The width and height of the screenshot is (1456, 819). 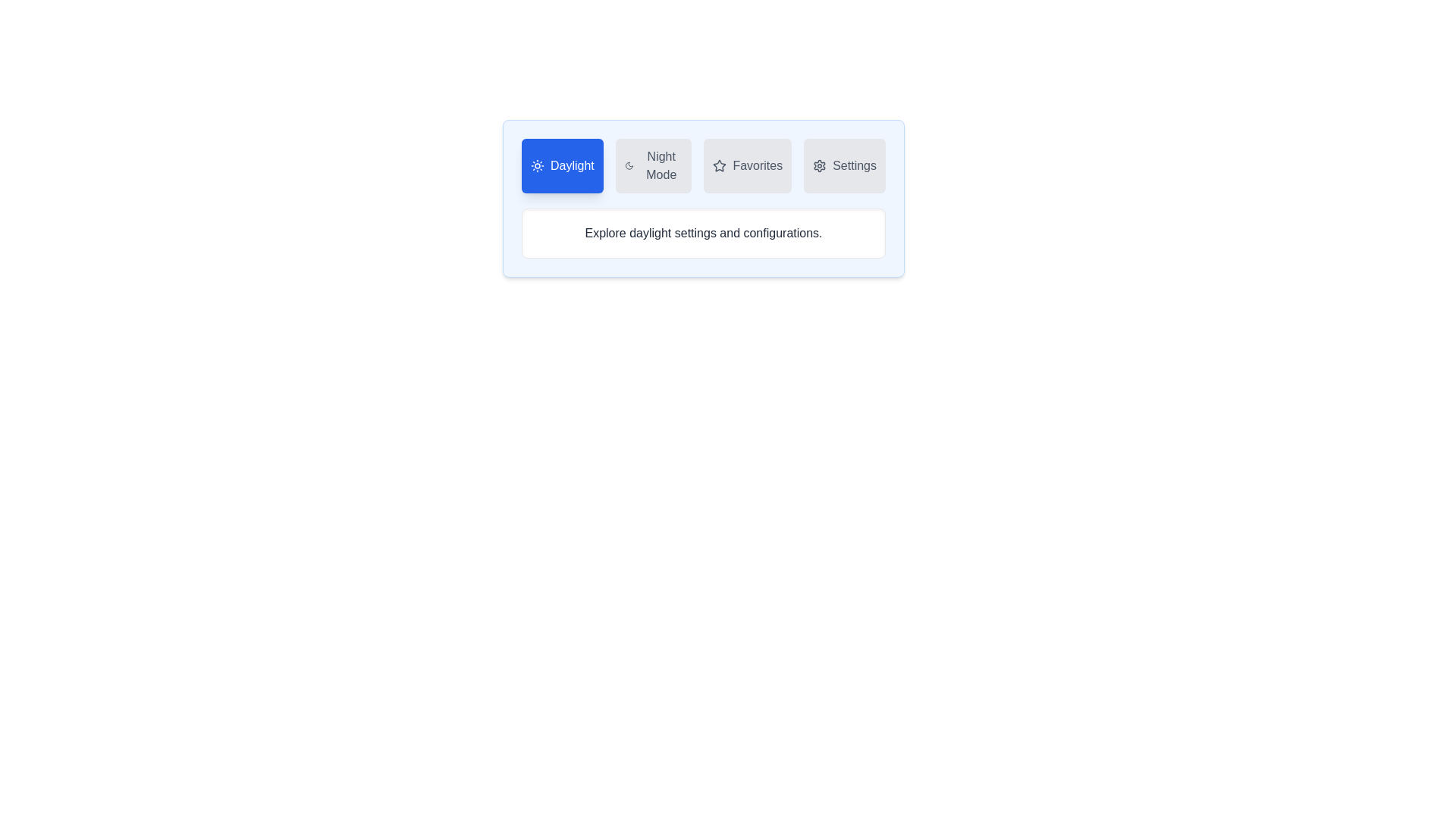 I want to click on the tab labeled Settings, so click(x=844, y=166).